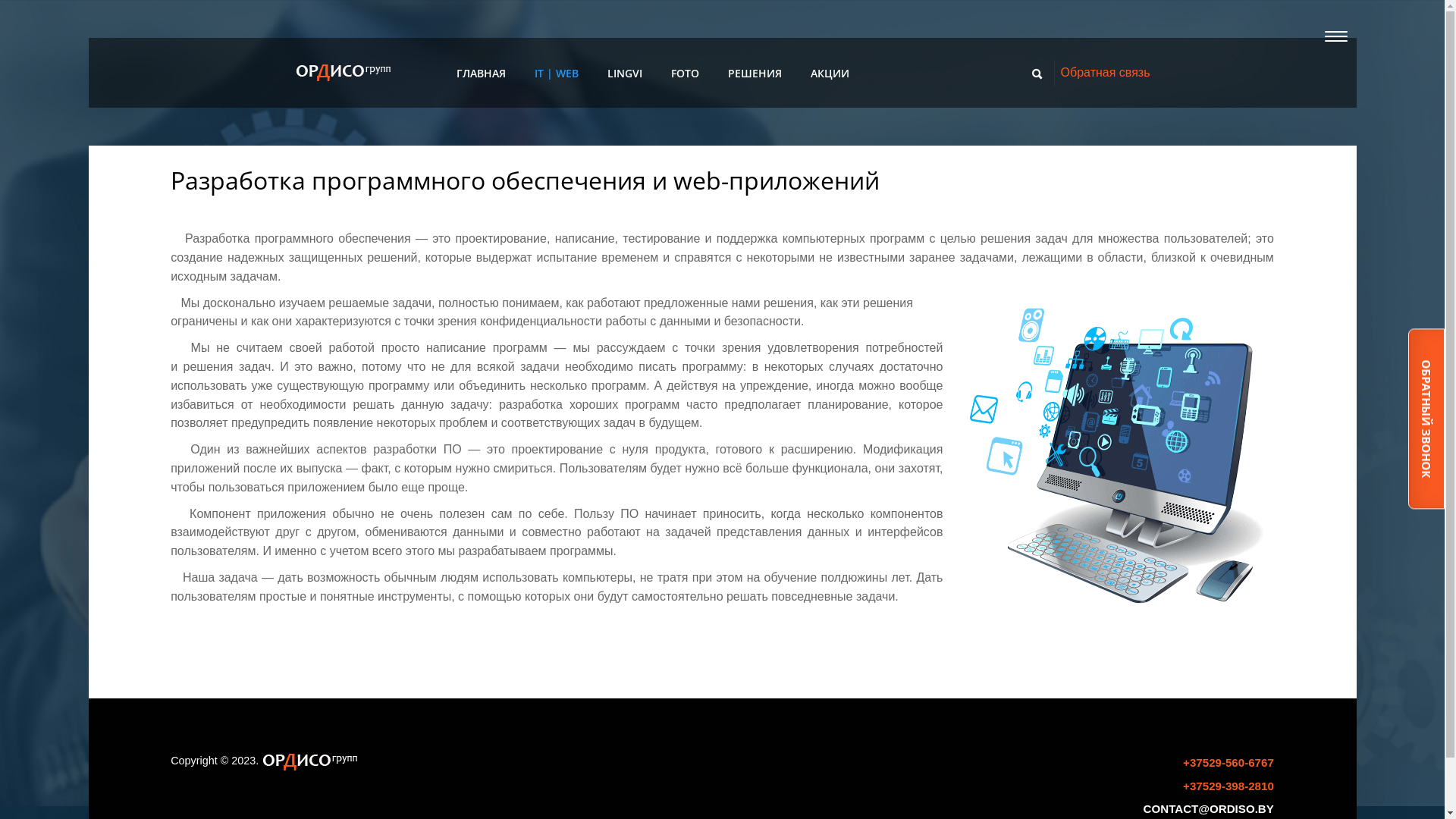 The image size is (1456, 819). I want to click on 'FOTO', so click(684, 74).